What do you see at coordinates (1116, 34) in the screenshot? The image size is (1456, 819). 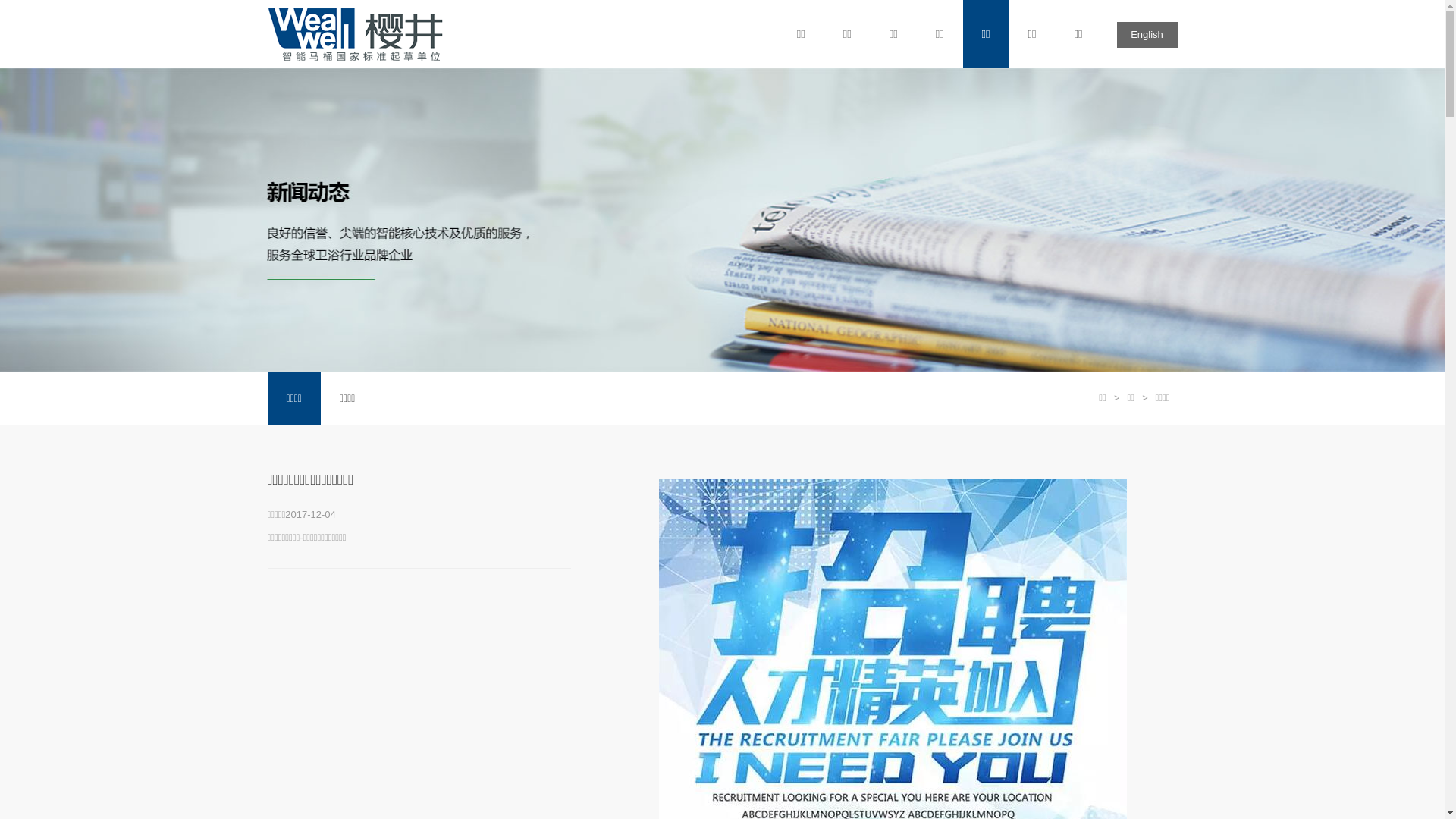 I see `'English'` at bounding box center [1116, 34].